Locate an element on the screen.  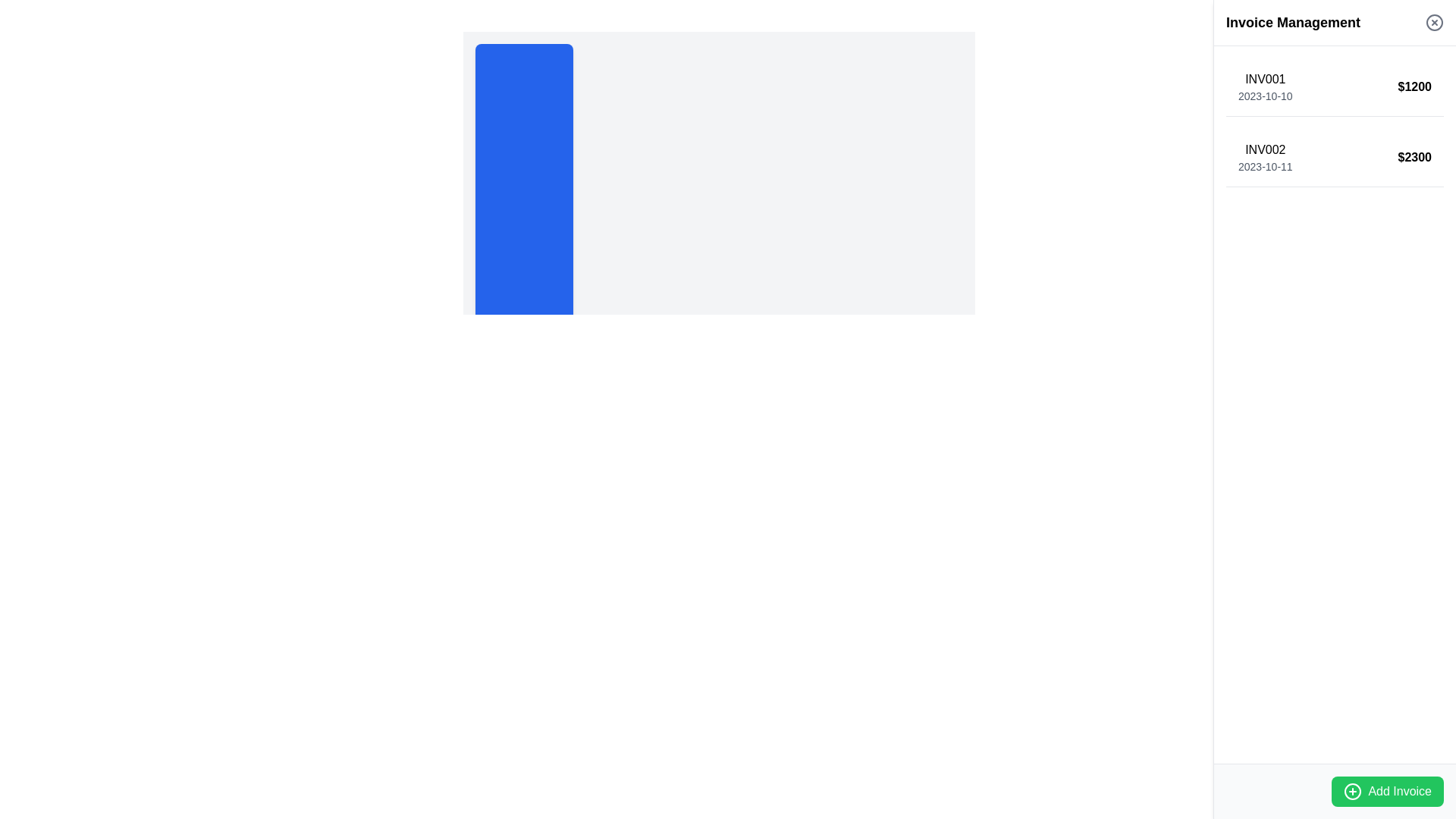
the Text label displaying the invoice date for the 'INV001' entry, which is positioned under the 'INV001' label in the Invoice Management section is located at coordinates (1265, 96).